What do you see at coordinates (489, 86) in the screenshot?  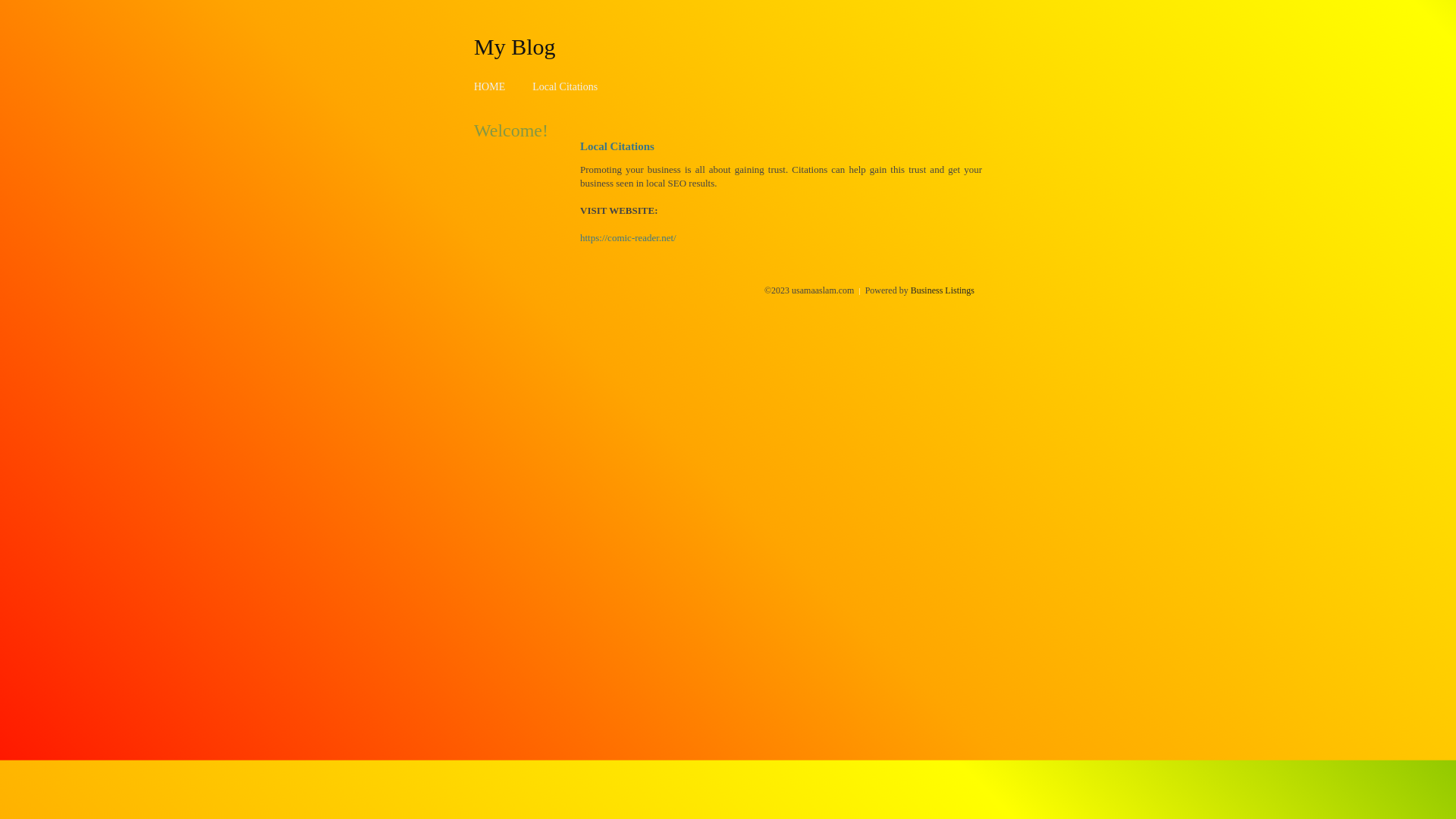 I see `'HOME'` at bounding box center [489, 86].